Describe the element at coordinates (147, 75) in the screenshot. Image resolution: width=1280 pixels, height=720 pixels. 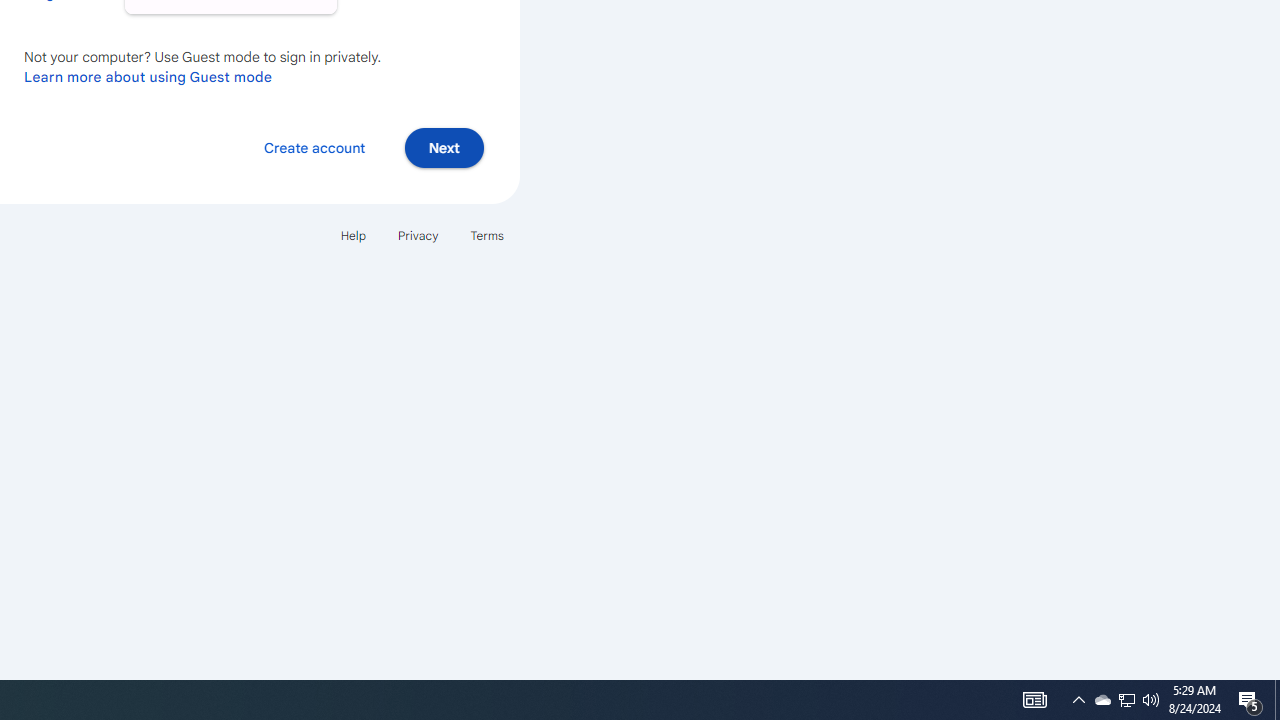
I see `'Learn more about using Guest mode'` at that location.